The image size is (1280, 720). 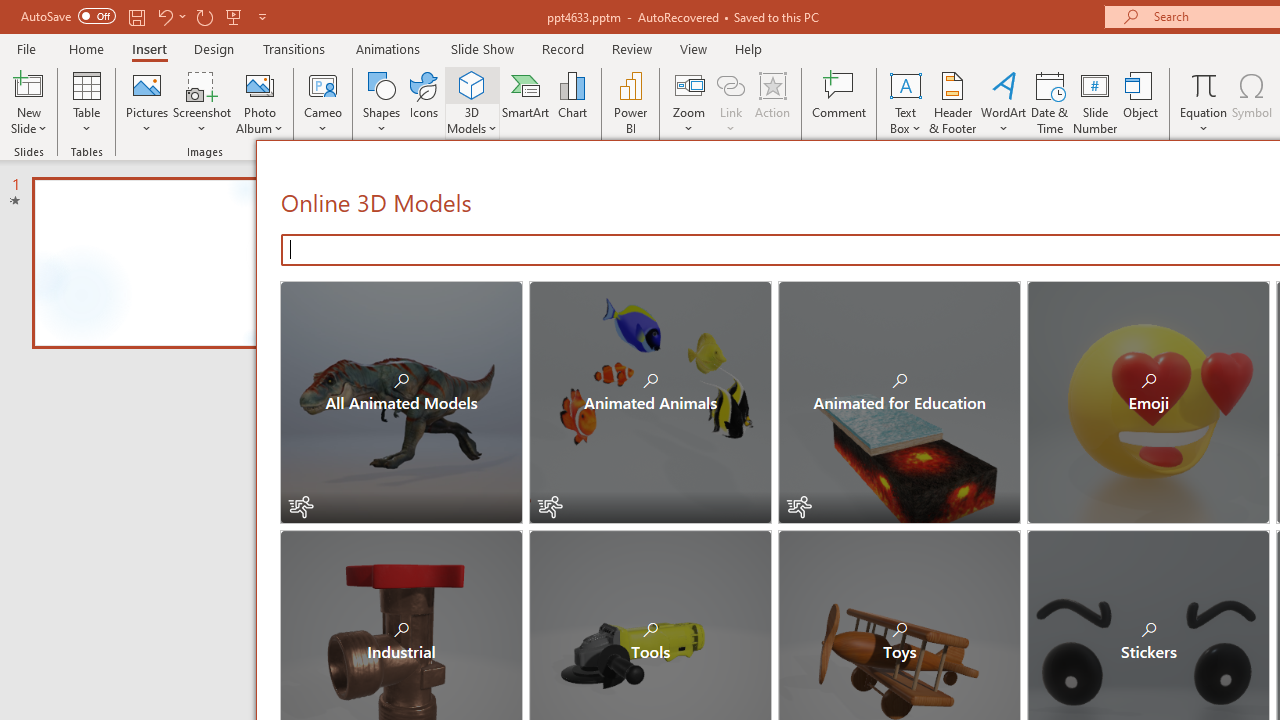 What do you see at coordinates (571, 103) in the screenshot?
I see `'Chart...'` at bounding box center [571, 103].